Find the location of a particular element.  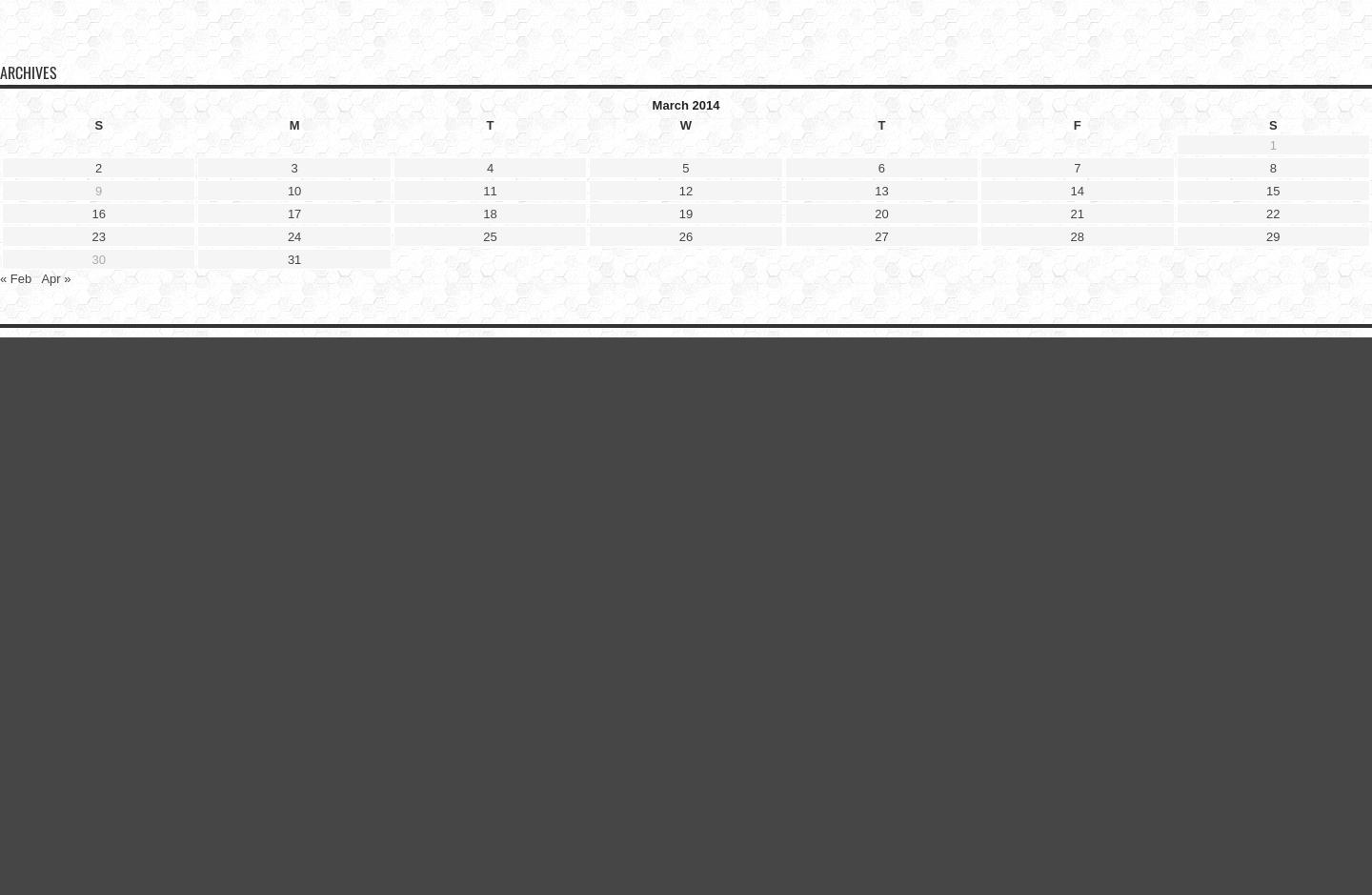

'1' is located at coordinates (1271, 144).